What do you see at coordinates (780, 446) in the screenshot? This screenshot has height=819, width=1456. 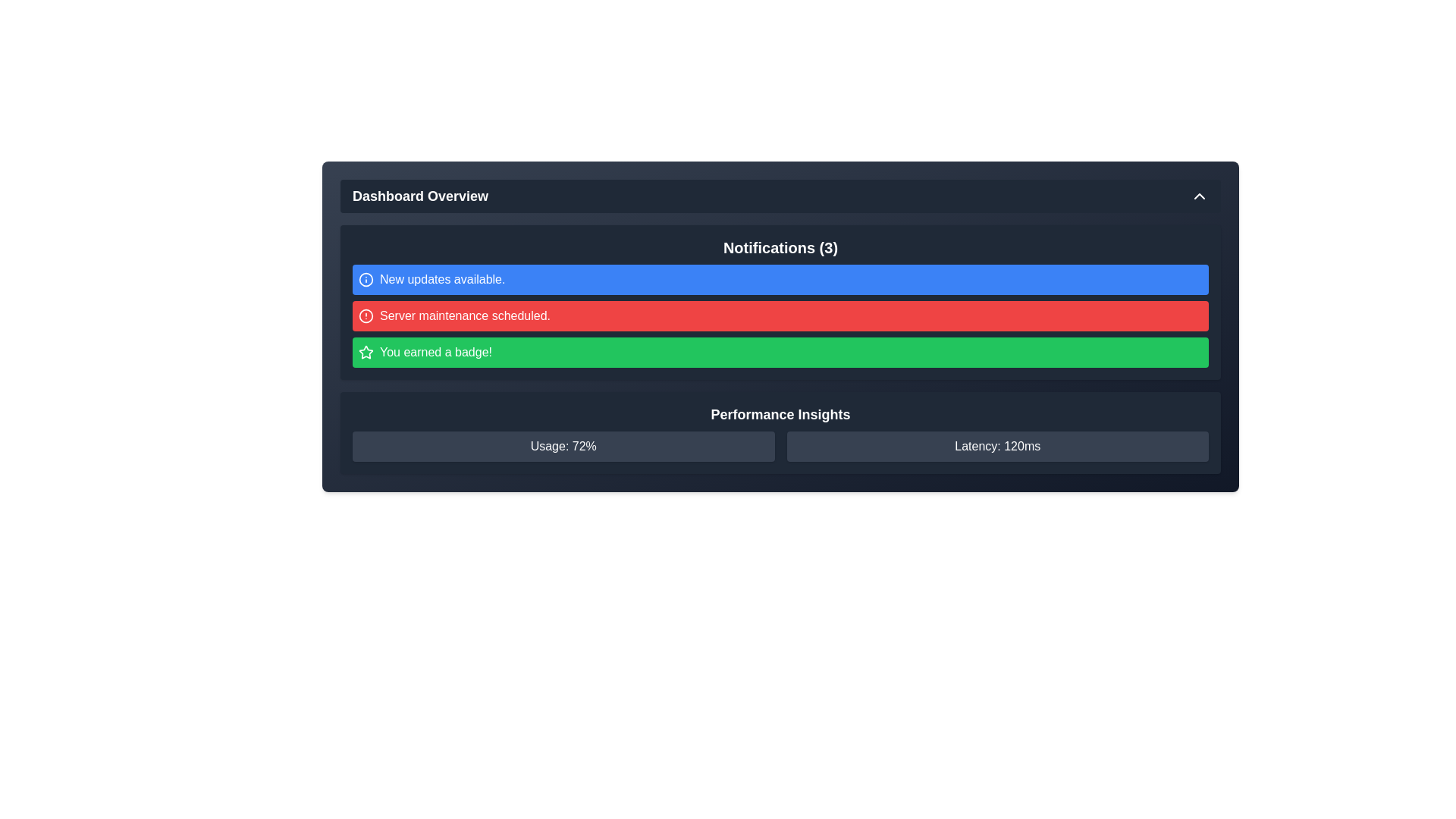 I see `displayed information from the Information display component located in the 'Performance Insights' section, which shows 'Usage: 72%' and 'Latency: 120ms'` at bounding box center [780, 446].